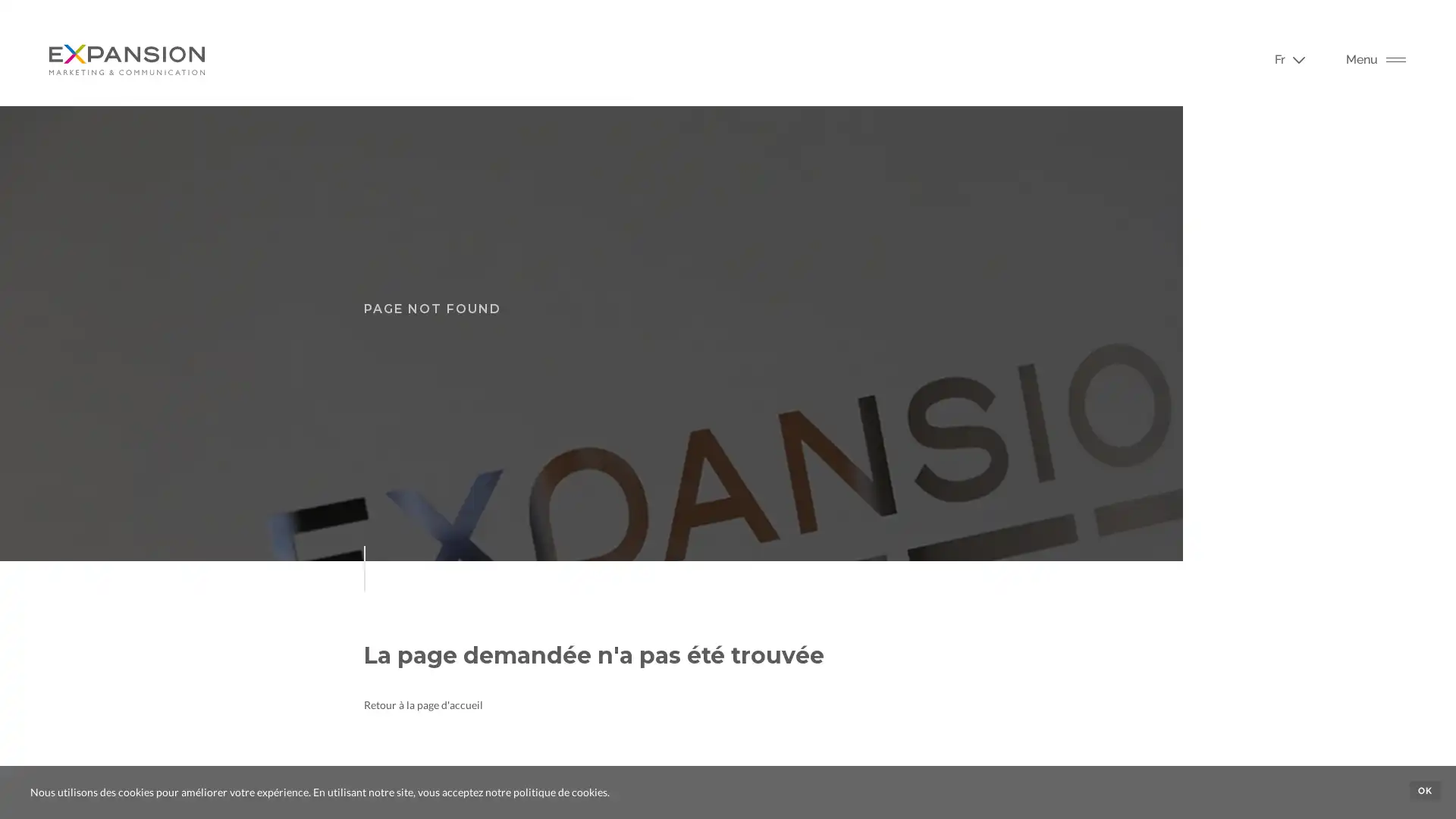  I want to click on OK, so click(1424, 789).